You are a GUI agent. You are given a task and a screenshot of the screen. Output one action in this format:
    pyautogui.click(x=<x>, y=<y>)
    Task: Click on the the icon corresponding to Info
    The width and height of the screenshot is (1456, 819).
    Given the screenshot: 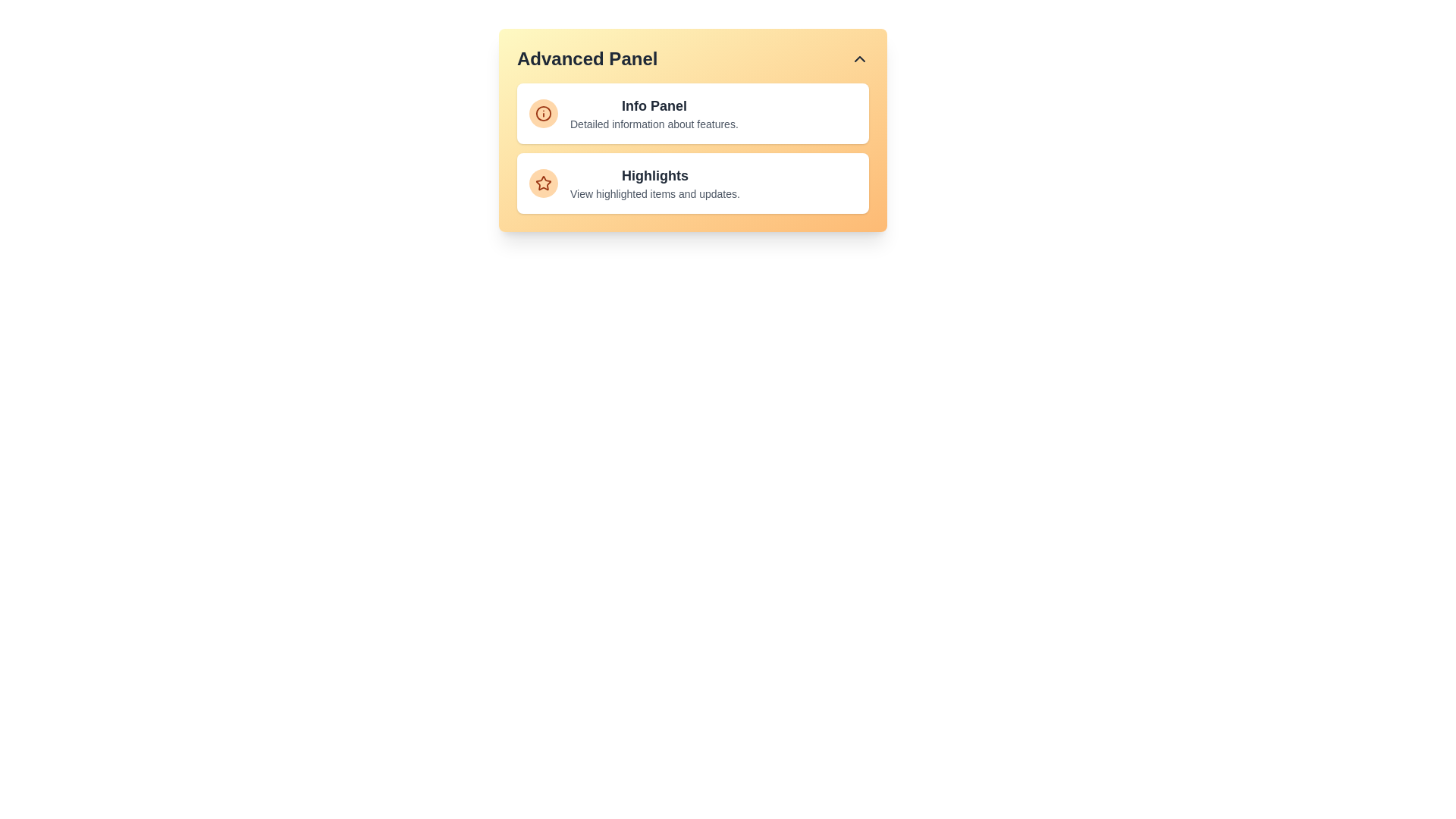 What is the action you would take?
    pyautogui.click(x=543, y=113)
    